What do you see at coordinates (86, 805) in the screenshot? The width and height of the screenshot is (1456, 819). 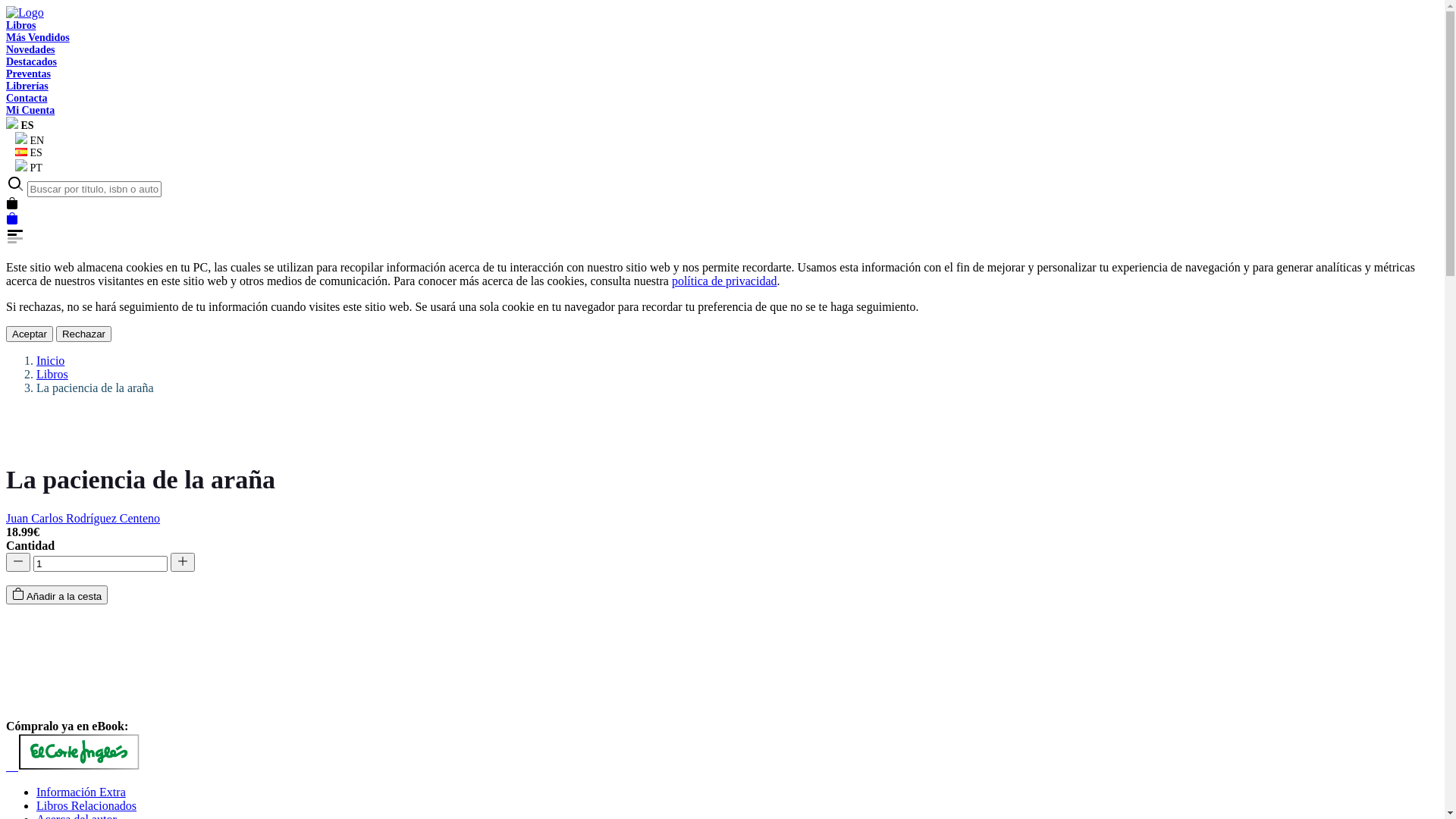 I see `'Libros Relacionados'` at bounding box center [86, 805].